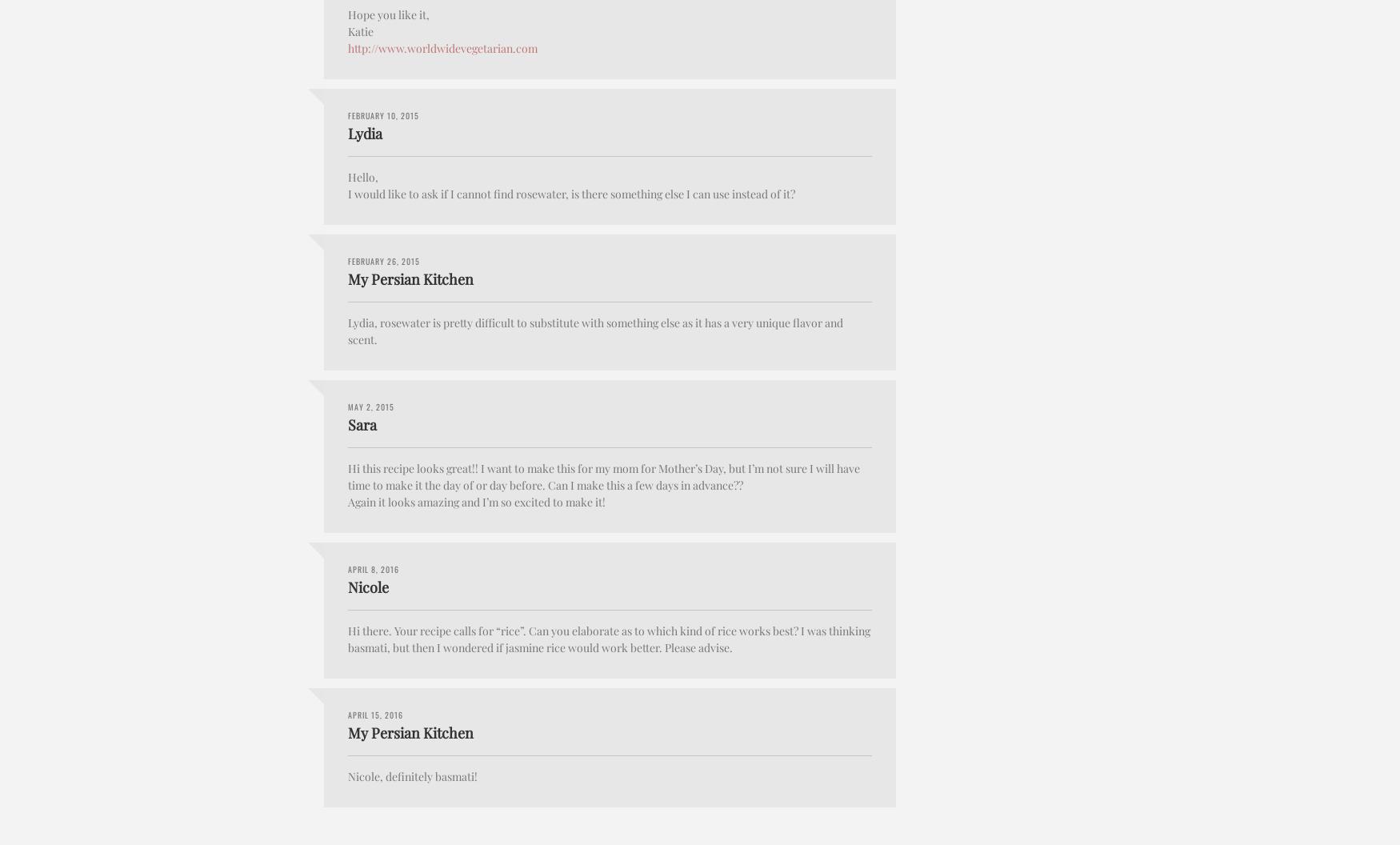 Image resolution: width=1400 pixels, height=845 pixels. I want to click on 'Sara', so click(362, 424).